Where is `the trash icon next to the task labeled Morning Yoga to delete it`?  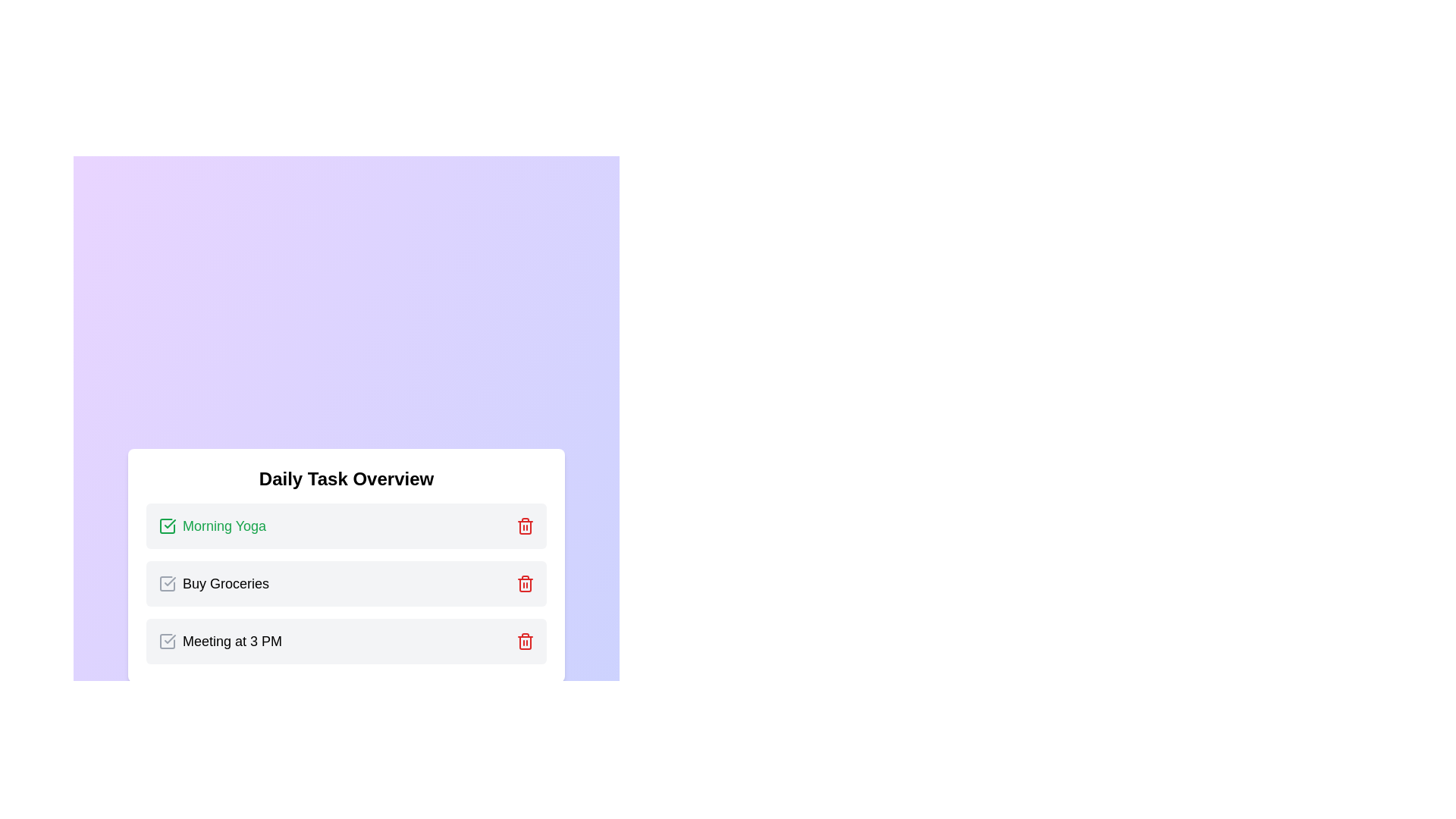
the trash icon next to the task labeled Morning Yoga to delete it is located at coordinates (525, 526).